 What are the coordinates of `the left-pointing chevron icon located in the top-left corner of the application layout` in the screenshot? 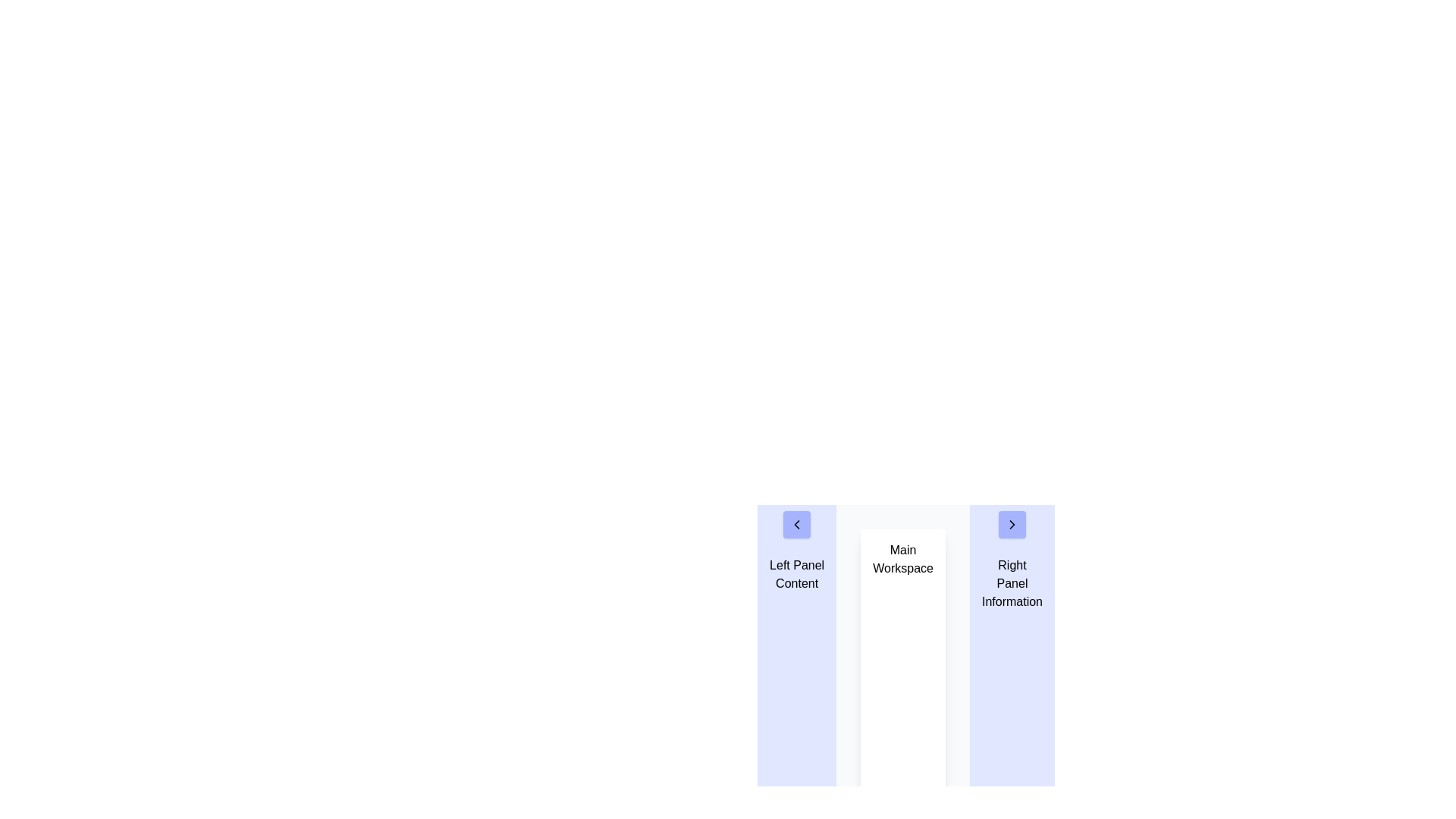 It's located at (796, 523).